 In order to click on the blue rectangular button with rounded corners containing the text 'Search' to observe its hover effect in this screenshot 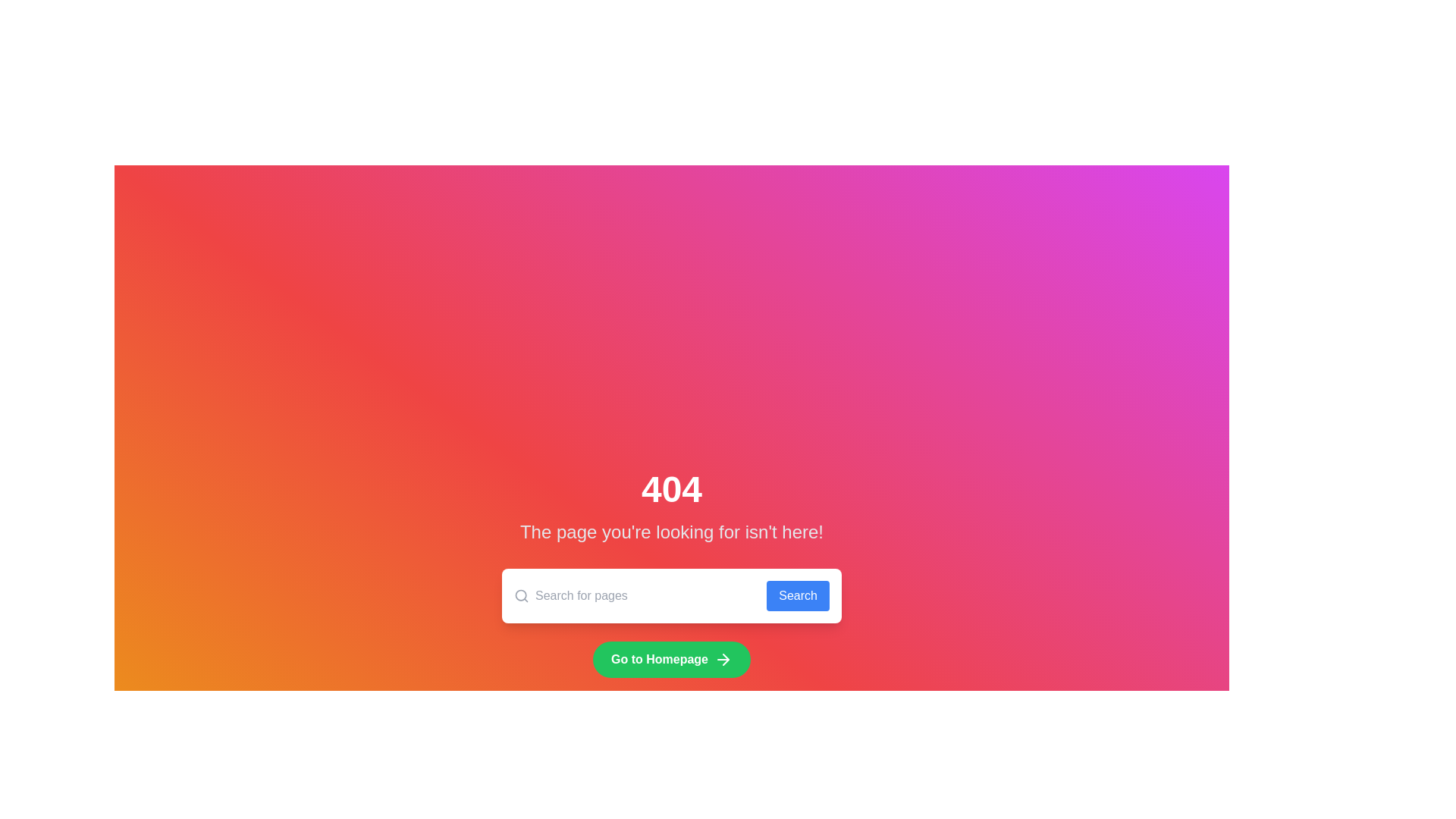, I will do `click(797, 595)`.